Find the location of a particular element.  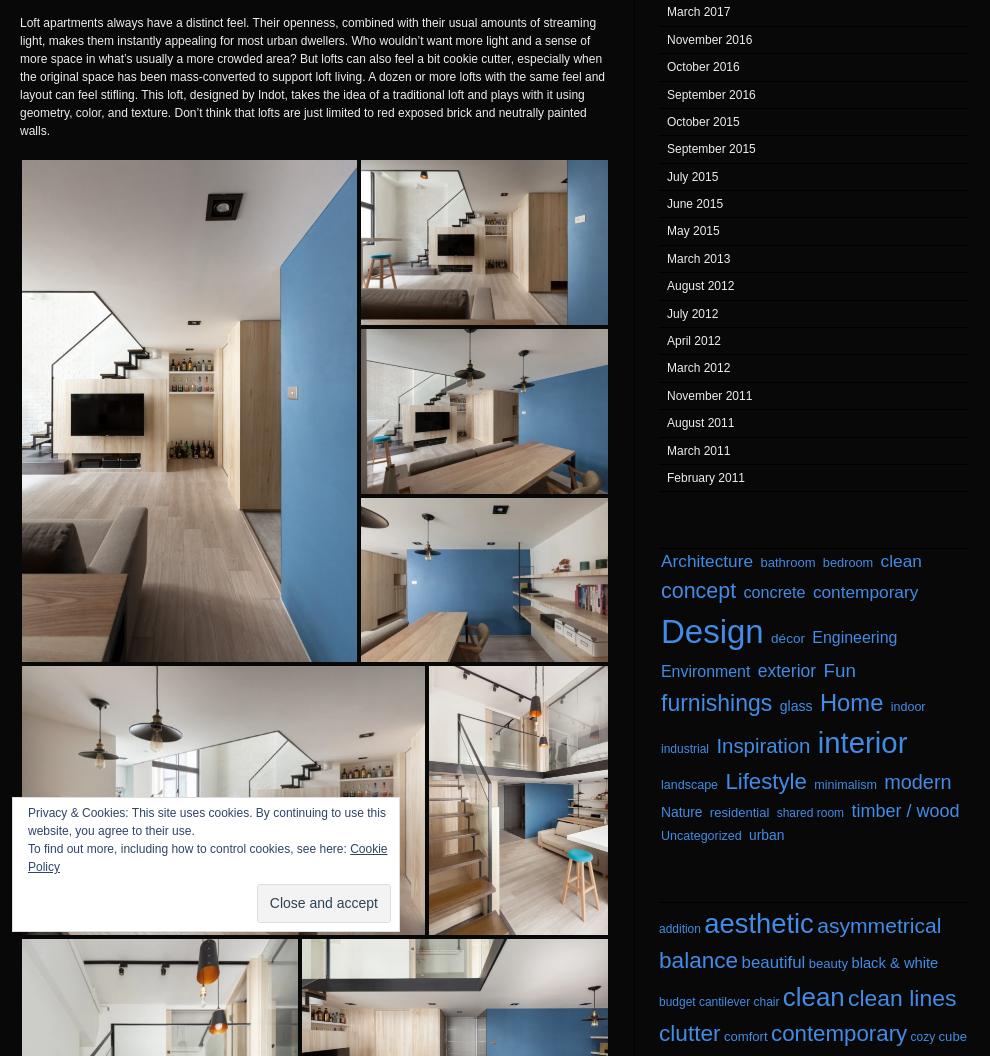

'glass' is located at coordinates (794, 706).